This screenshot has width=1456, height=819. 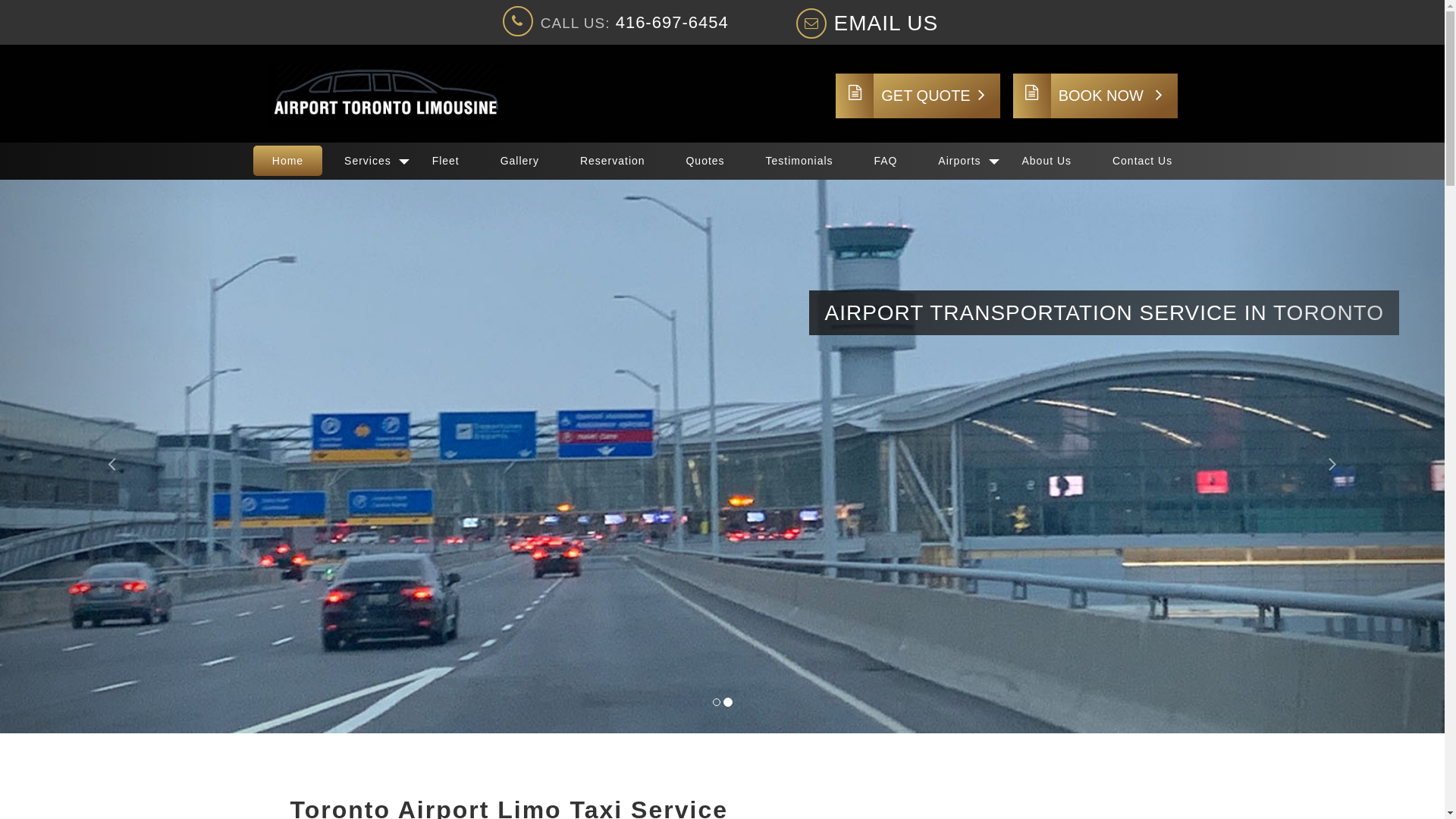 I want to click on 'About Us', so click(x=1046, y=161).